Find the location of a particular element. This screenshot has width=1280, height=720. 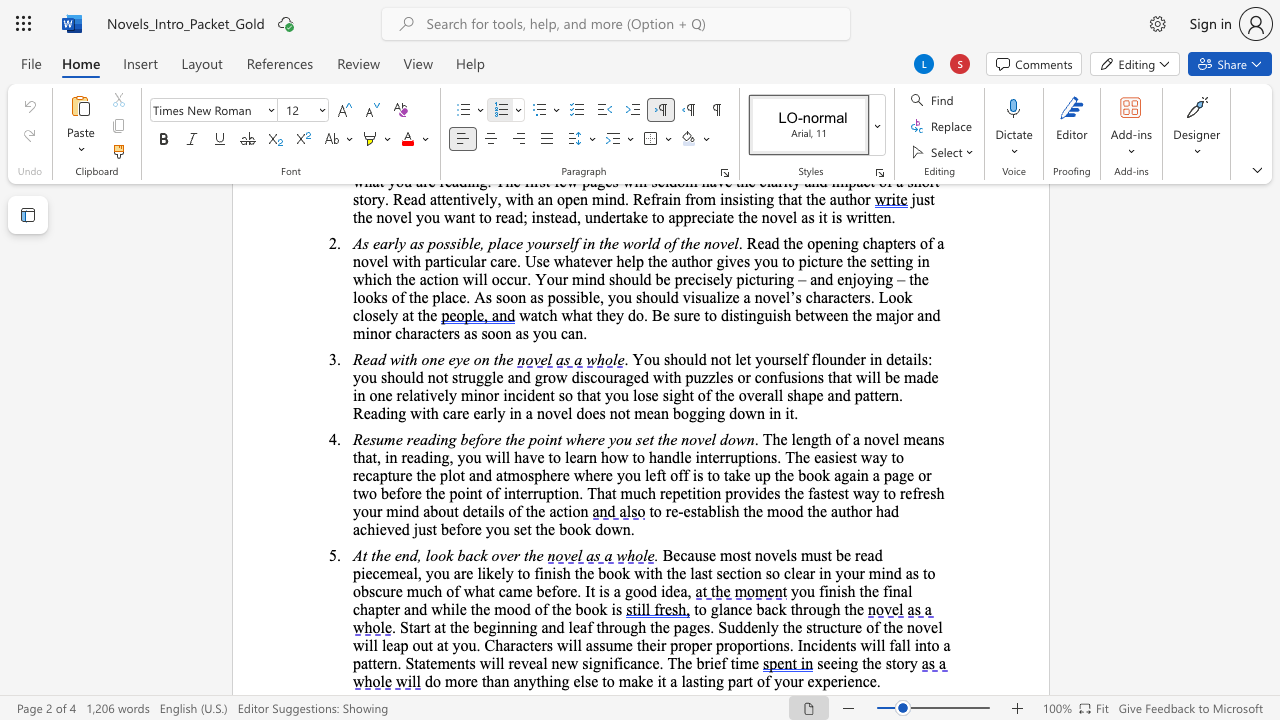

the 1th character "l" in the text is located at coordinates (909, 590).